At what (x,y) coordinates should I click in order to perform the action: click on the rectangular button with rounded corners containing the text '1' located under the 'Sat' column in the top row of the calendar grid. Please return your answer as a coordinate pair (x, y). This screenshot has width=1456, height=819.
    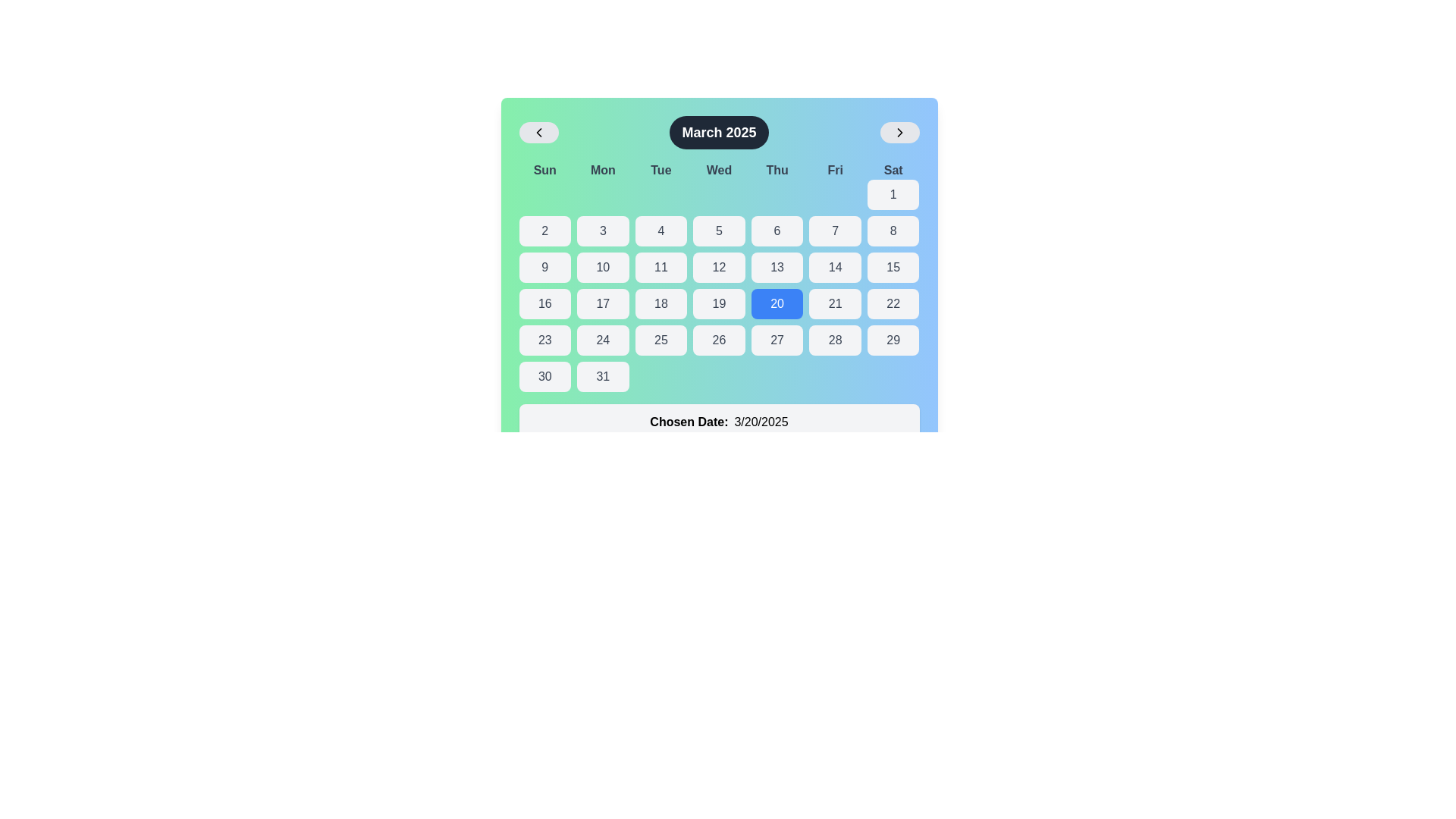
    Looking at the image, I should click on (893, 194).